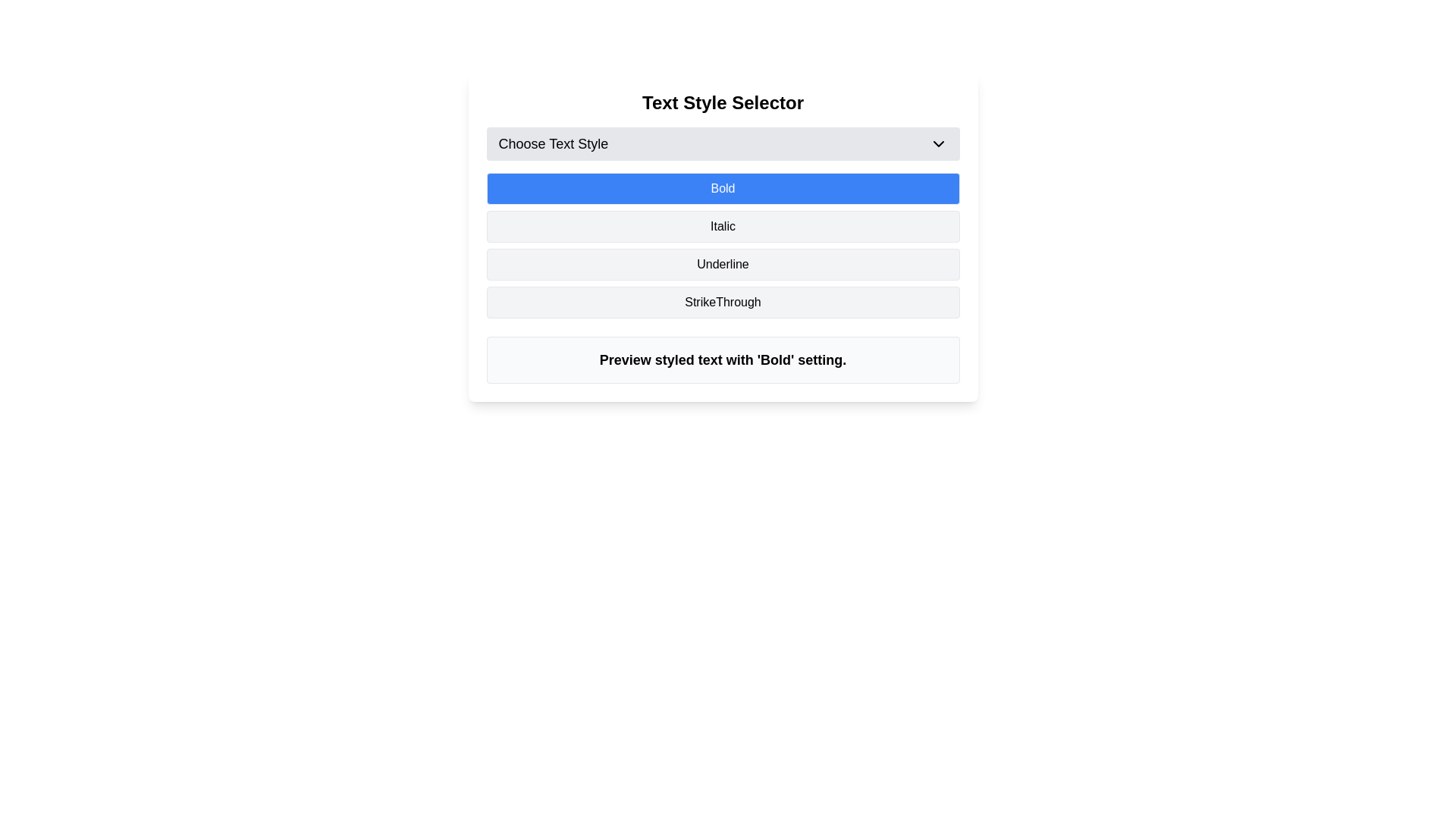 Image resolution: width=1456 pixels, height=819 pixels. Describe the element at coordinates (722, 188) in the screenshot. I see `the 'Bold' button, which is the first button in a vertical group of four buttons` at that location.